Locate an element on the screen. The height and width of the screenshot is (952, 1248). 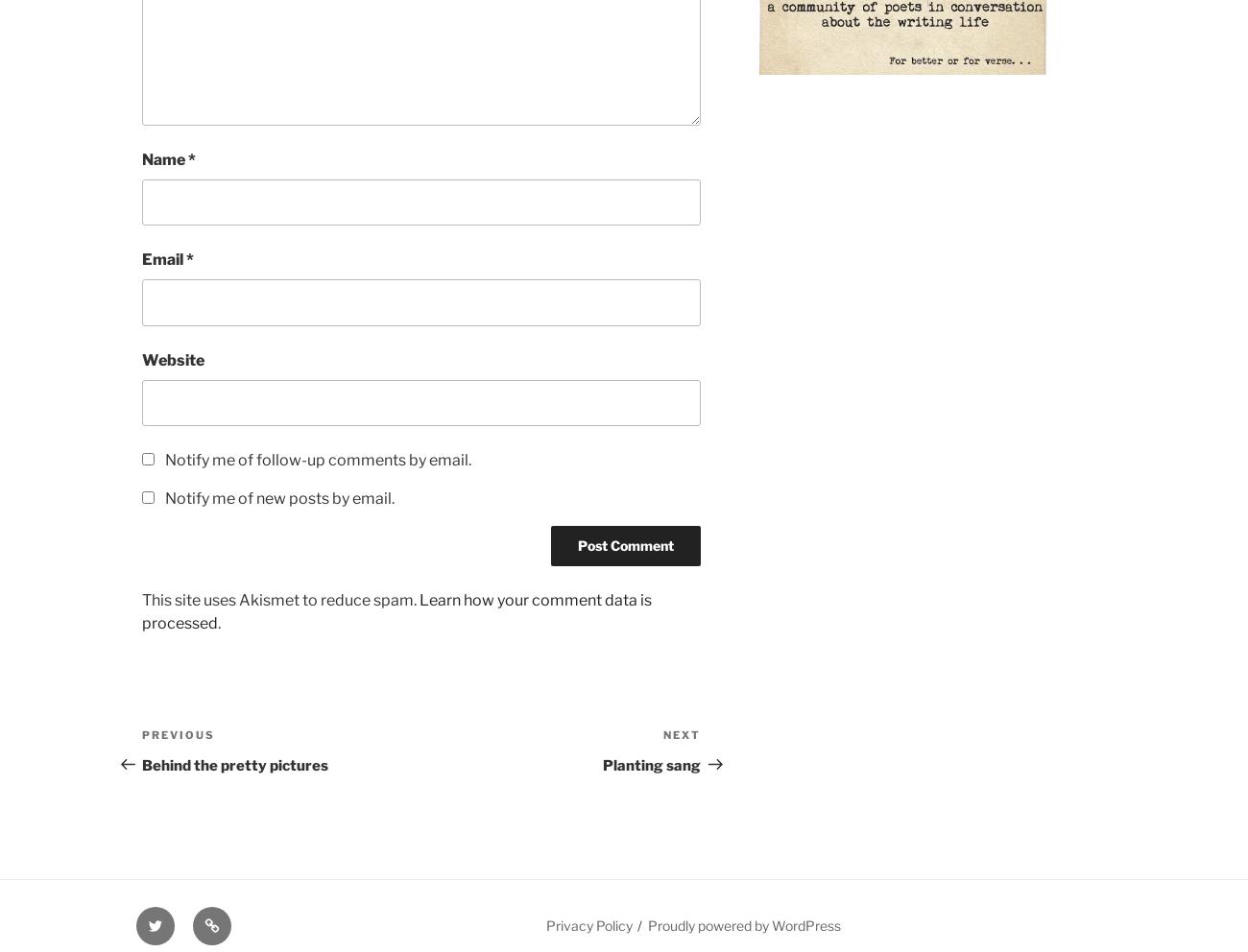
'Learn how your comment data is processed' is located at coordinates (396, 611).